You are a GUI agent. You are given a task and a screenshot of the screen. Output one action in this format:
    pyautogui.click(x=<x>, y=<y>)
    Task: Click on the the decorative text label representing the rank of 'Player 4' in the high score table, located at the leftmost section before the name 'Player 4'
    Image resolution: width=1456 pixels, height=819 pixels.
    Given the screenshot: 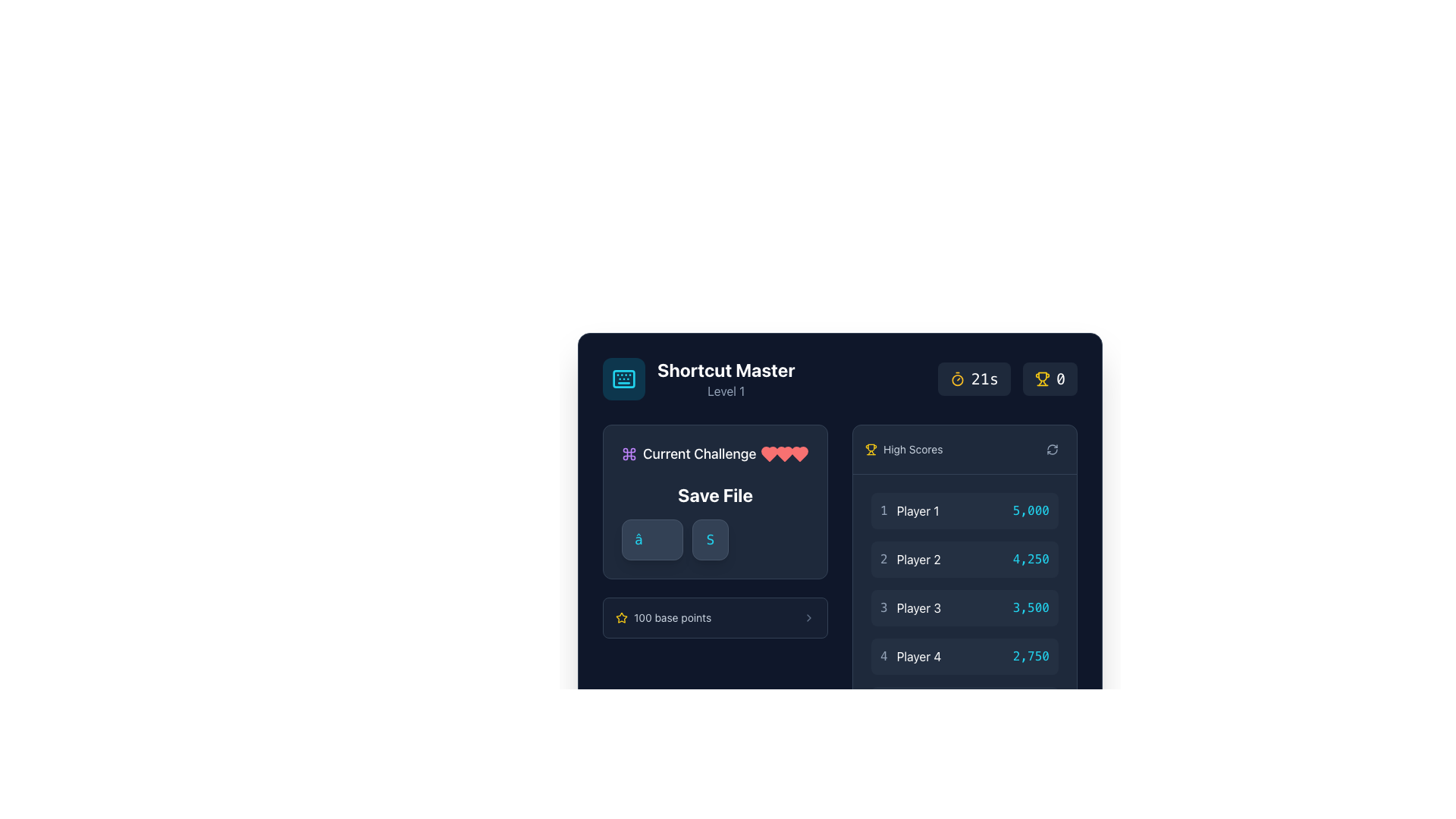 What is the action you would take?
    pyautogui.click(x=883, y=656)
    